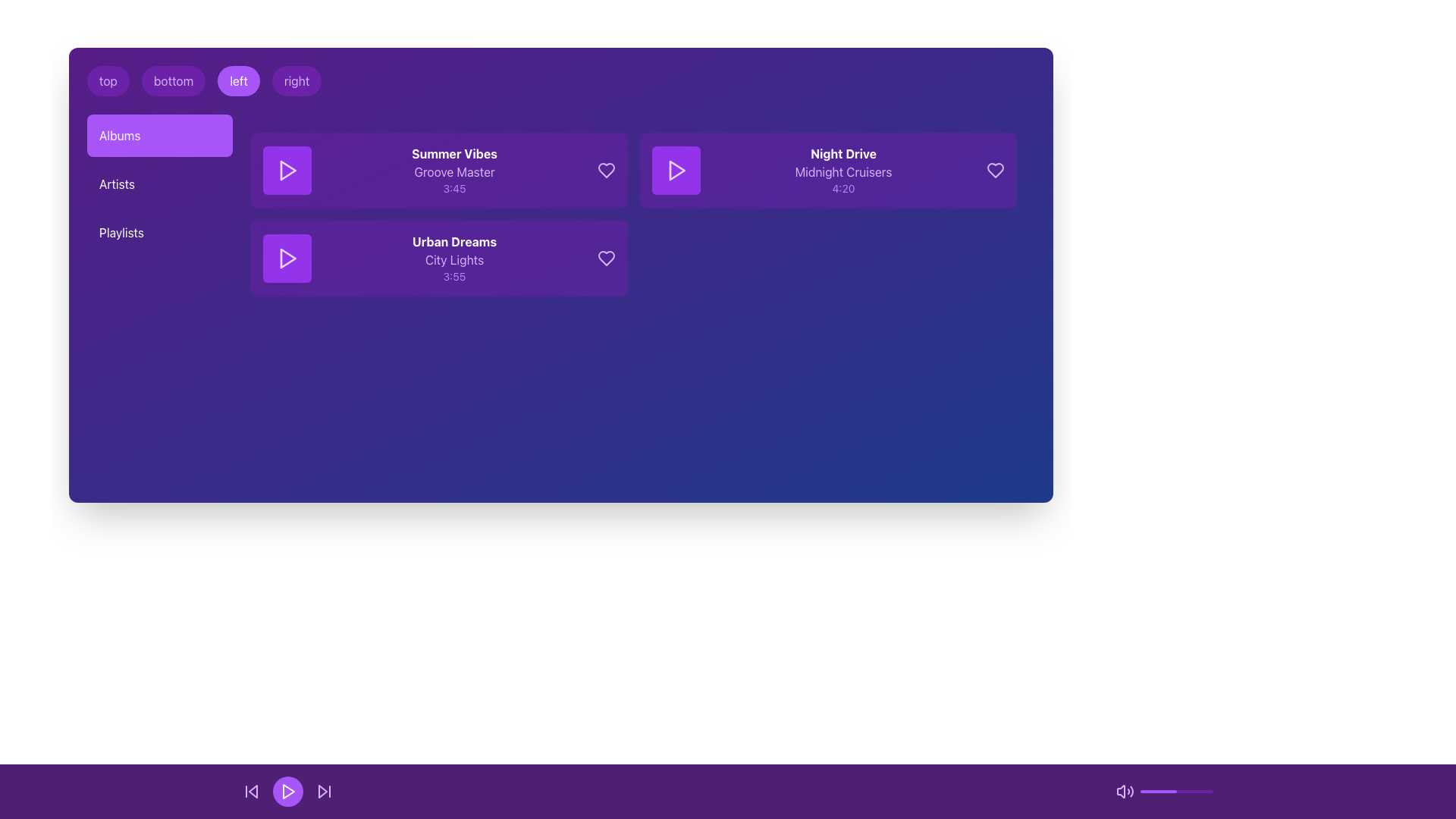 The image size is (1456, 819). What do you see at coordinates (676, 170) in the screenshot?
I see `the square-shaped button with a deep purple background and a white triangle indicating play, located to the left of 'Night Drive Midnight Cruisers 4:20' and the third in vertical arrangement among similar buttons` at bounding box center [676, 170].